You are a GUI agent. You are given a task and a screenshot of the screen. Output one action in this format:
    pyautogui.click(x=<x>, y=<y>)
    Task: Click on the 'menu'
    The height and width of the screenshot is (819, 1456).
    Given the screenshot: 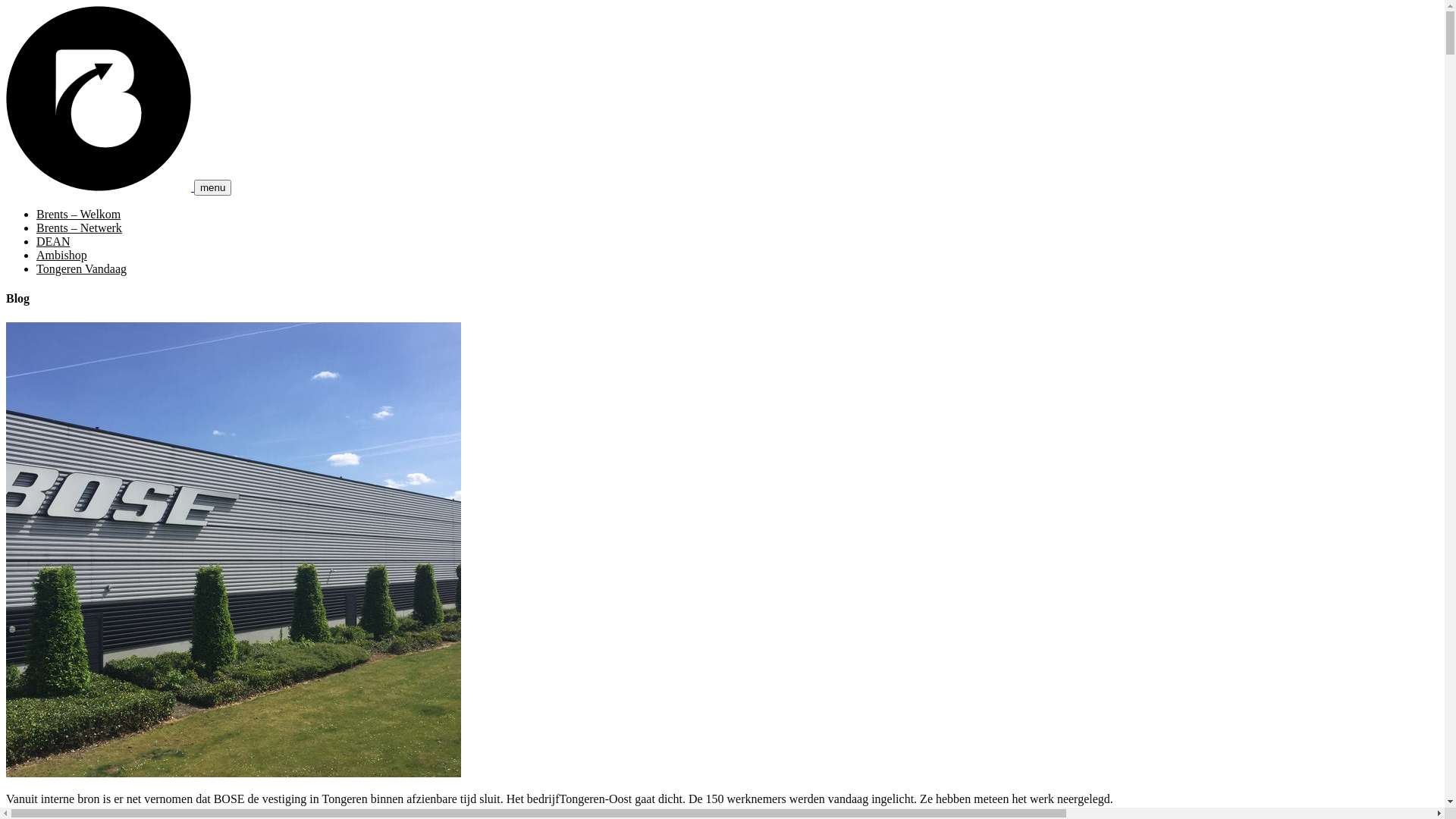 What is the action you would take?
    pyautogui.click(x=212, y=187)
    